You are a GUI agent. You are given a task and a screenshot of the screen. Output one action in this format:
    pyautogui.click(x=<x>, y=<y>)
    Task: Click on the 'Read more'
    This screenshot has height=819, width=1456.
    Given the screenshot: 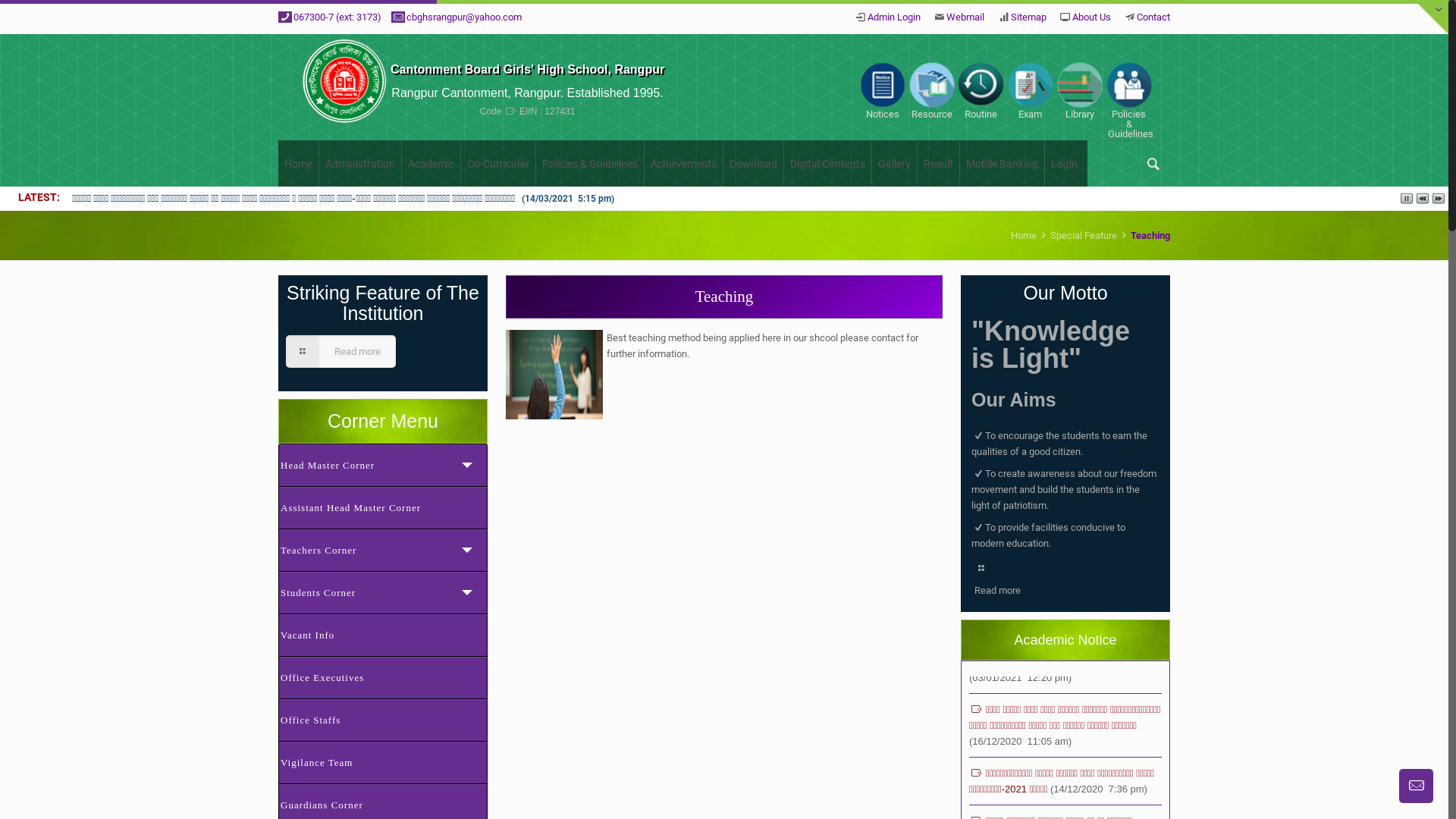 What is the action you would take?
    pyautogui.click(x=340, y=351)
    